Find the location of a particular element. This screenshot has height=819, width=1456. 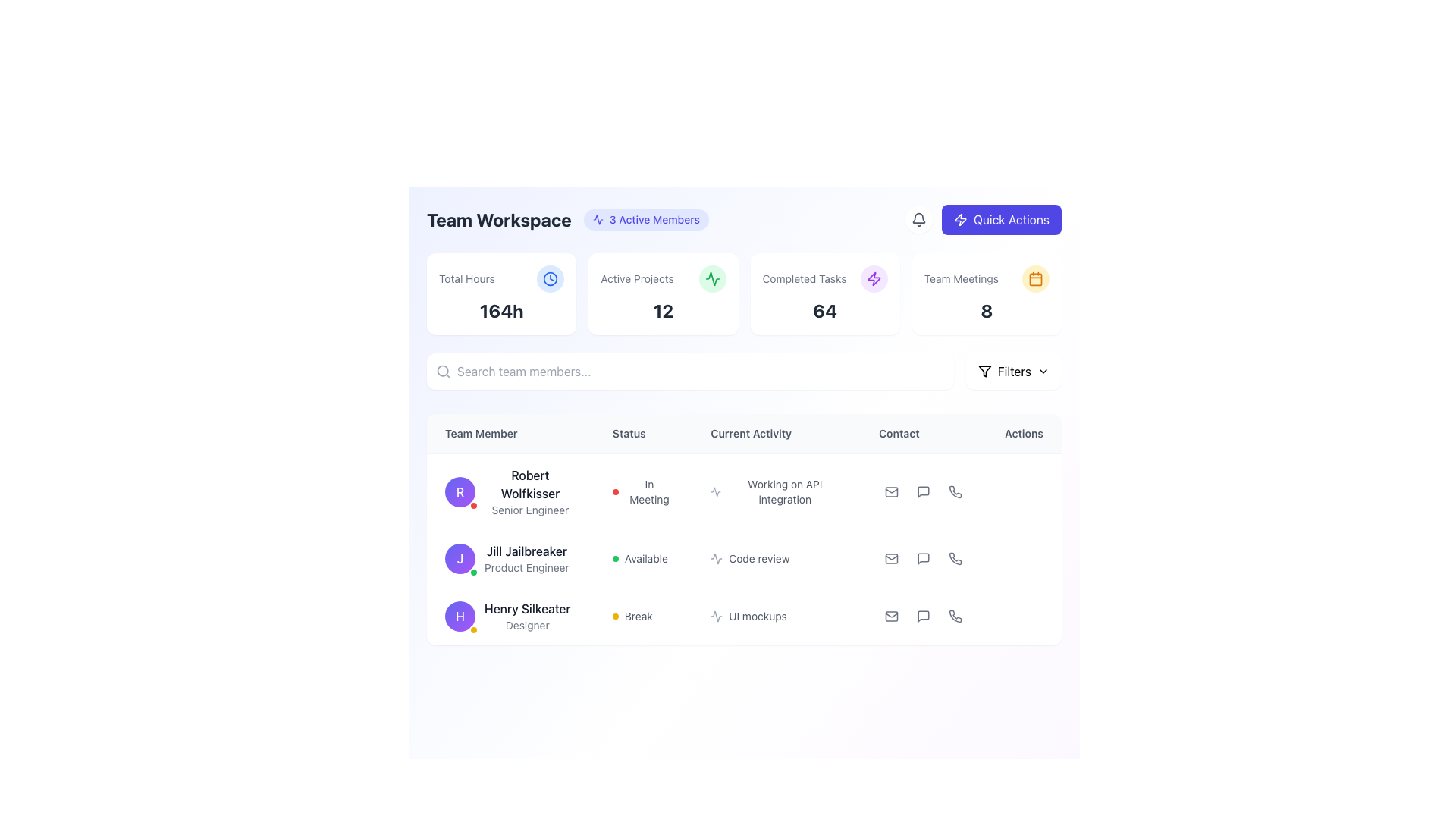

the small gray mail icon, styled with a minimalist vector design, located in the 'Contact' column for 'Robert Wolfkisser' to initiate an email action is located at coordinates (892, 491).